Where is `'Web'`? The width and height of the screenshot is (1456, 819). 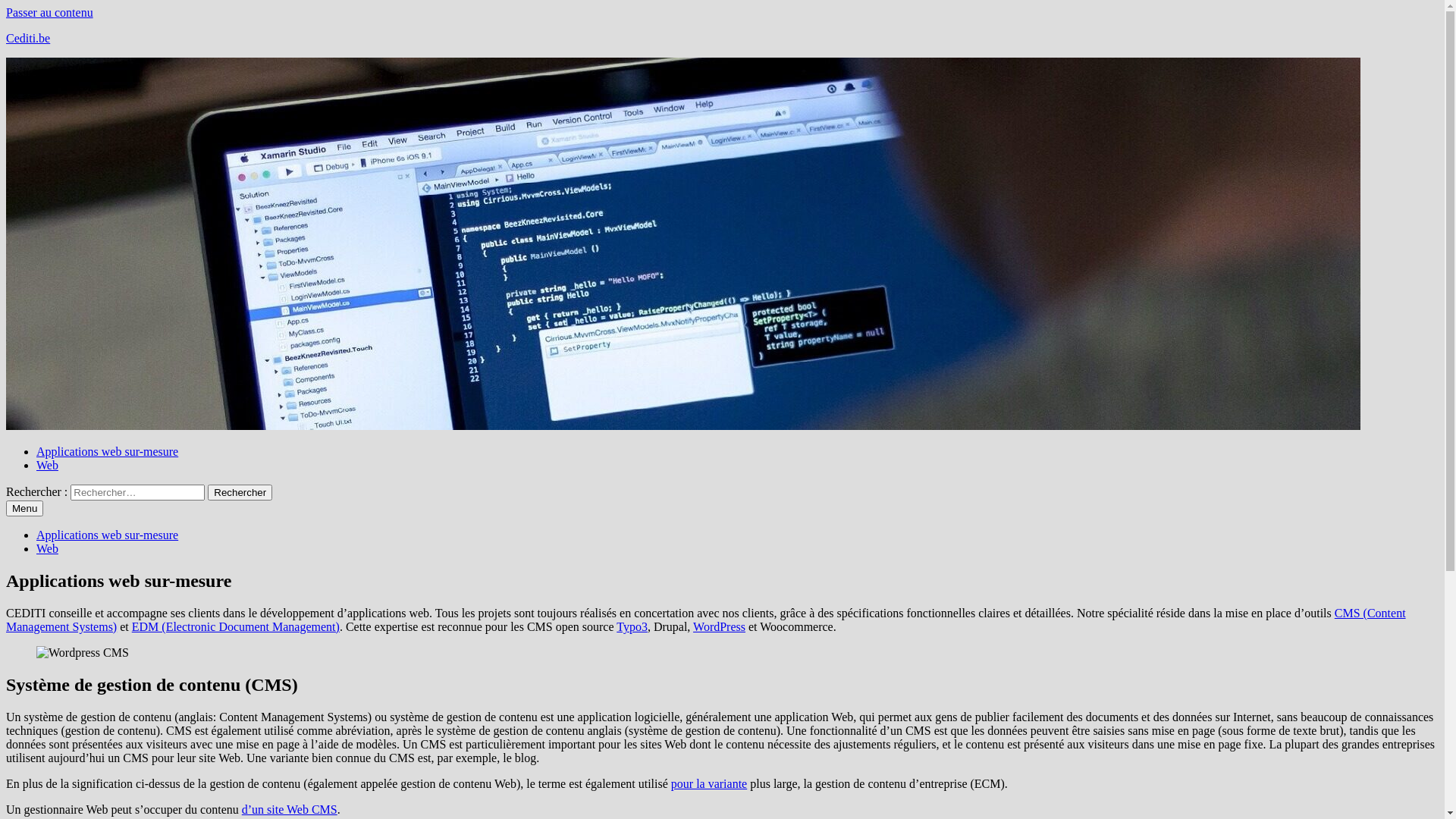 'Web' is located at coordinates (47, 548).